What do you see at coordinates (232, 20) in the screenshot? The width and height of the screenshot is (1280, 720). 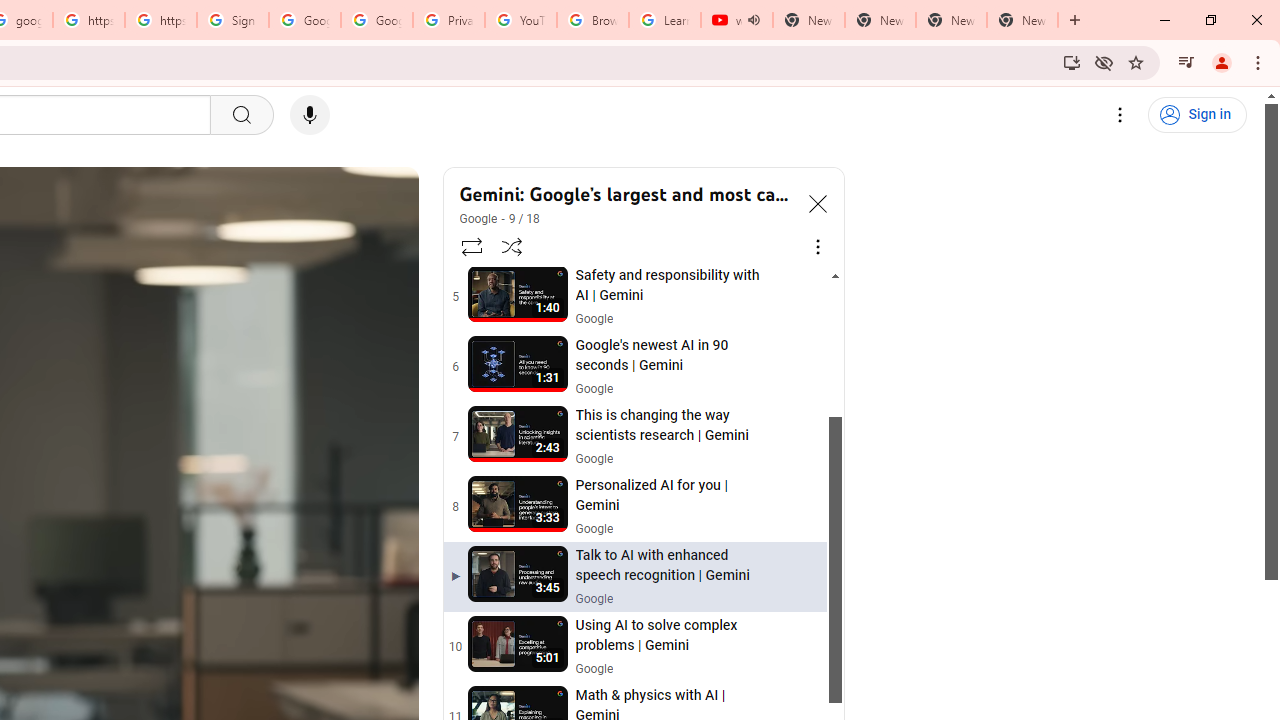 I see `'Sign in - Google Accounts'` at bounding box center [232, 20].